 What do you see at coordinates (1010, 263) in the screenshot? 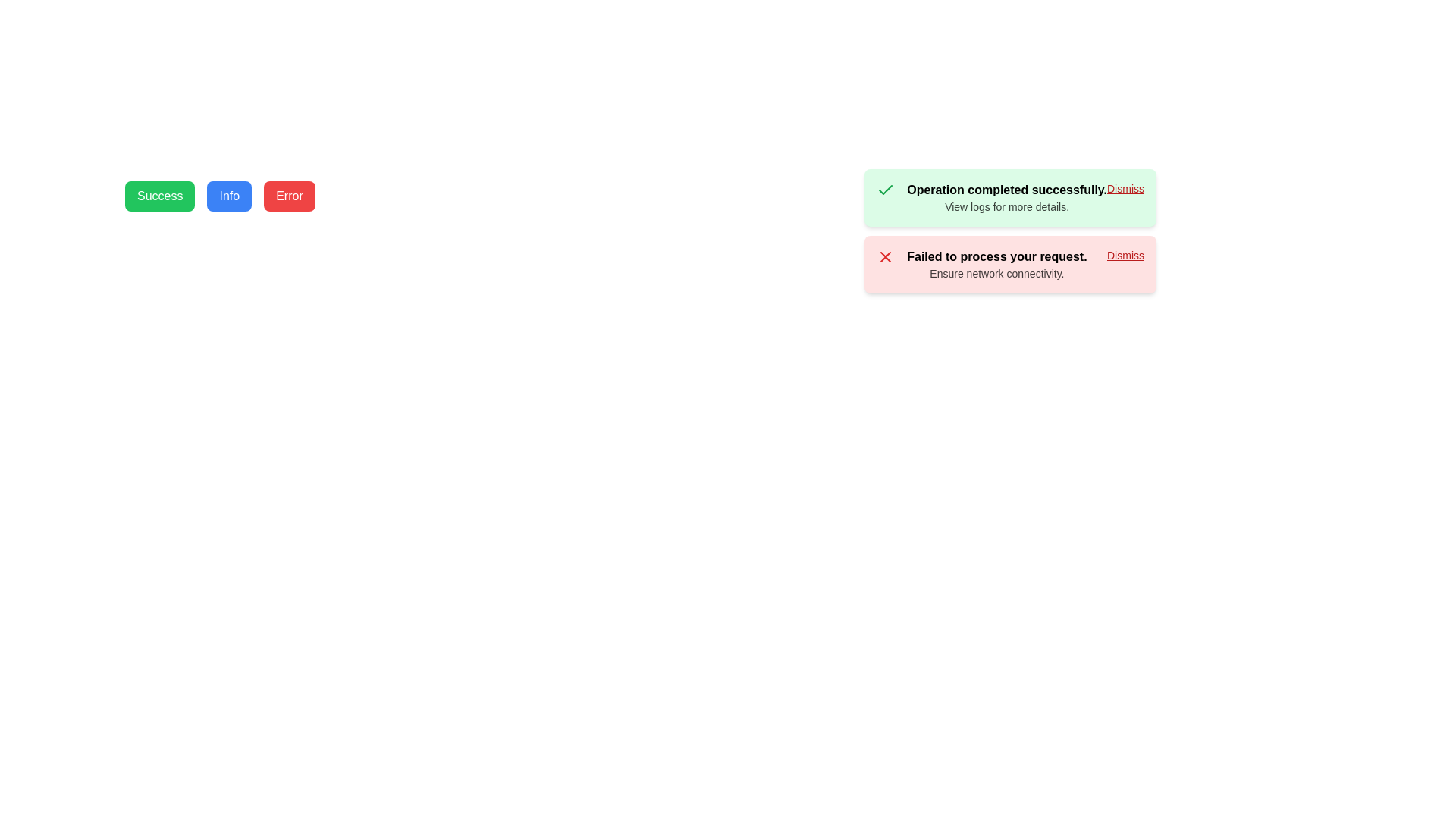
I see `the 'Dismiss' button on the red notification box that contains the error message 'Failed to process your request.'` at bounding box center [1010, 263].